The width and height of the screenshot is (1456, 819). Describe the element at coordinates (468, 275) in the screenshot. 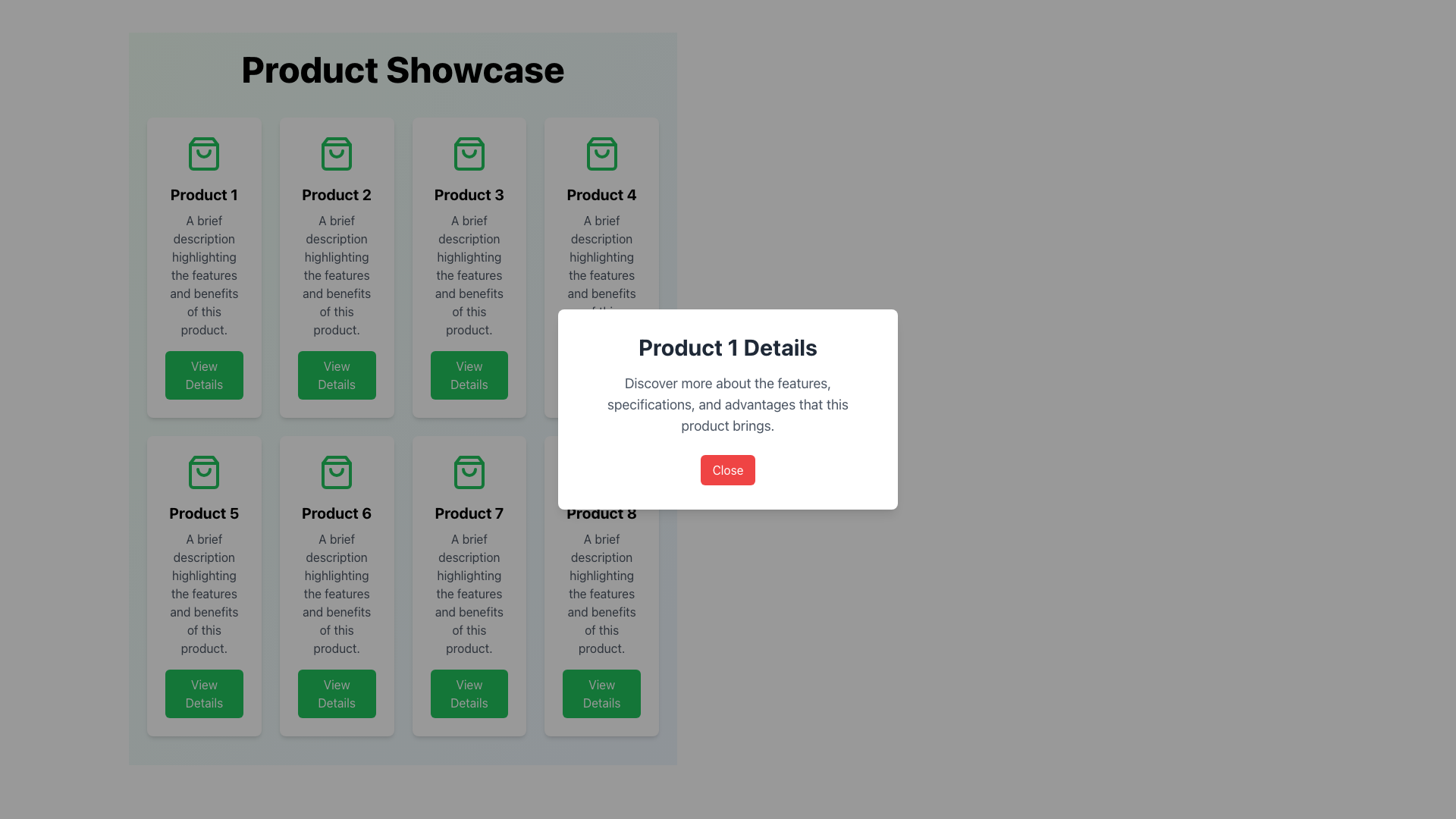

I see `the text block styled in gray, which contains the description: 'A brief description highlighting the features and benefits of this product.' This text block is located within the product card labeled 'Product 3', positioned between the title and the 'View Details' button` at that location.